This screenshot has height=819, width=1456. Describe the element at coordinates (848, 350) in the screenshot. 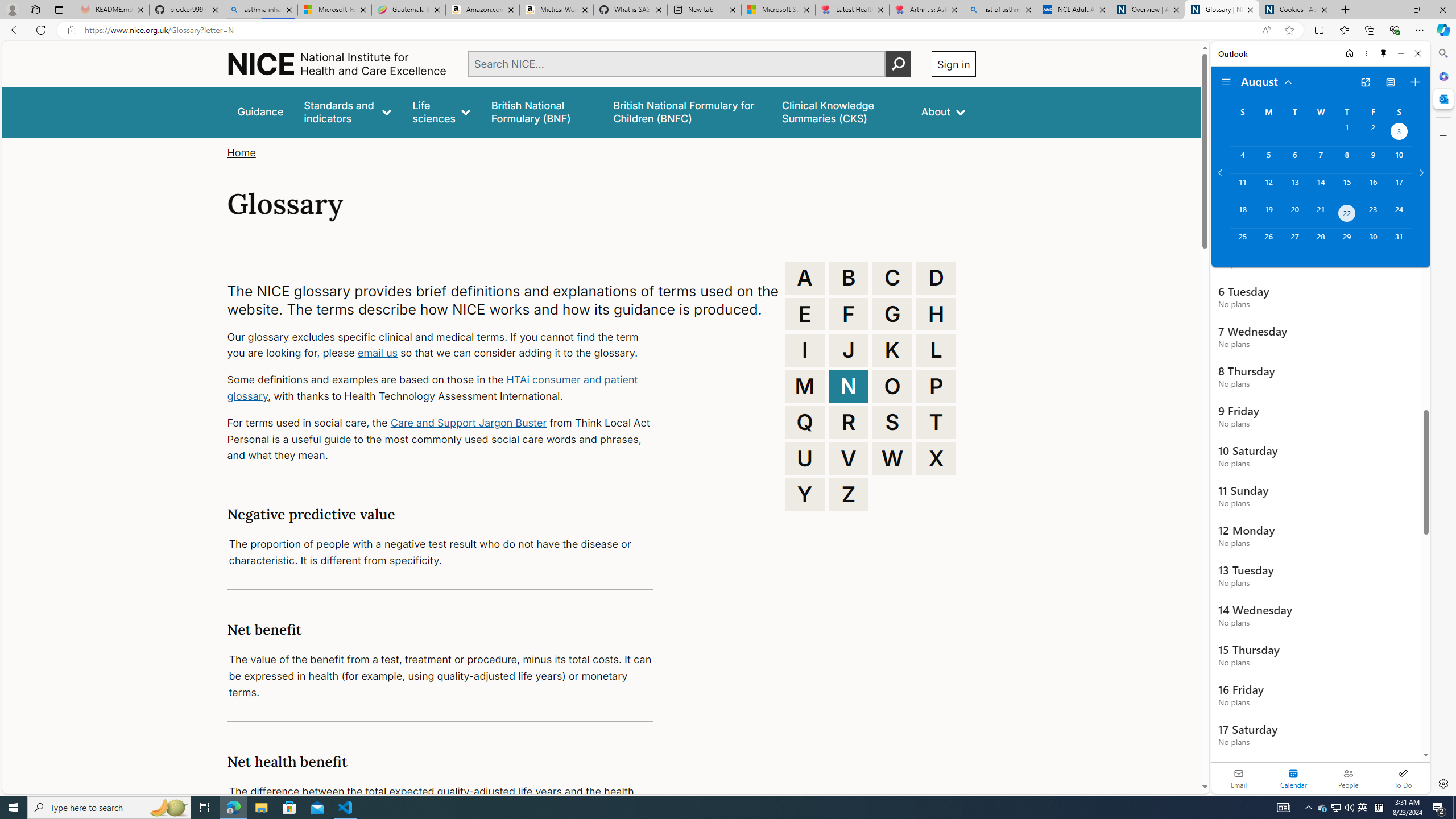

I see `'J'` at that location.